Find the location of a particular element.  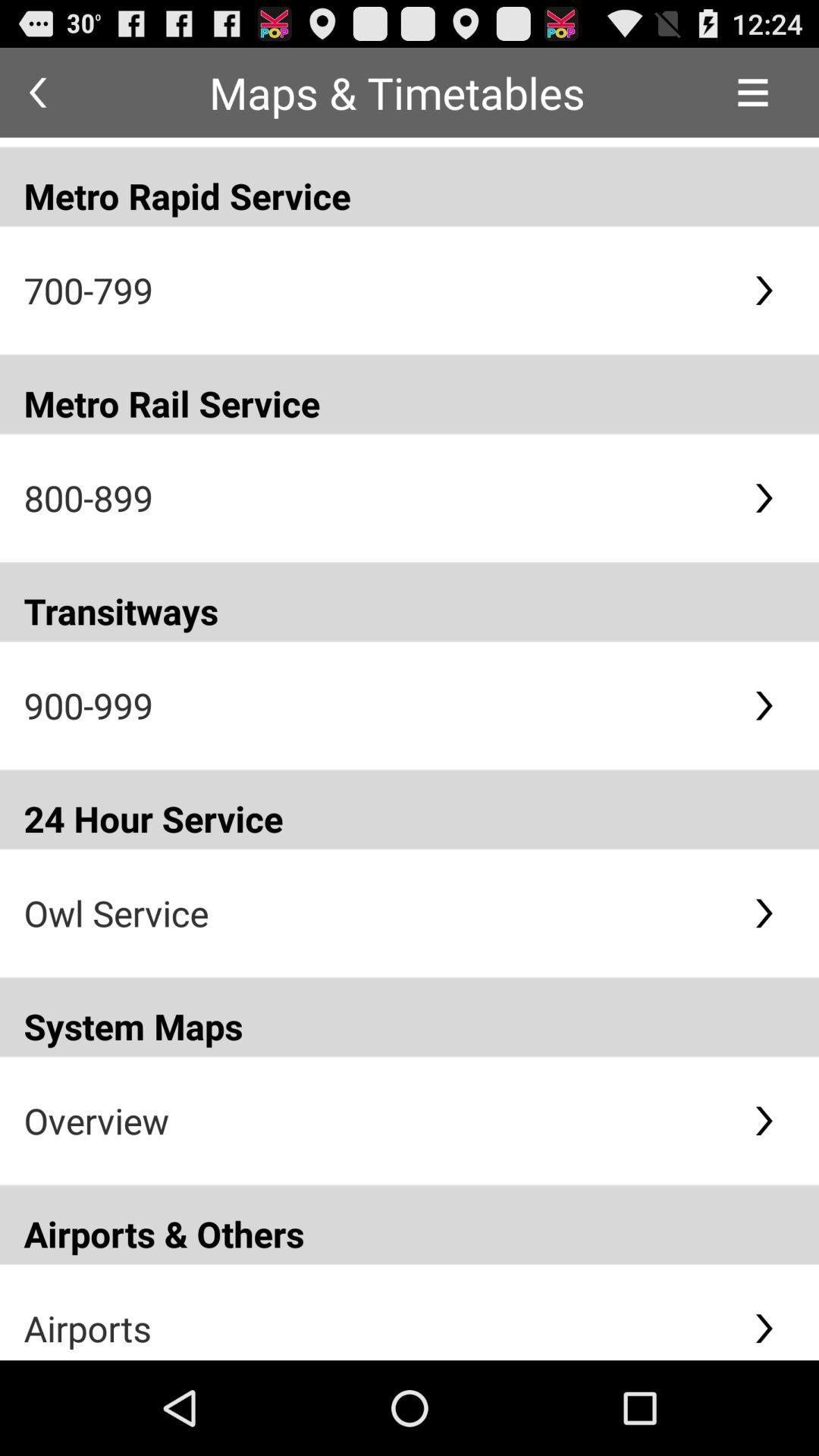

the app above 24 hour service is located at coordinates (375, 704).